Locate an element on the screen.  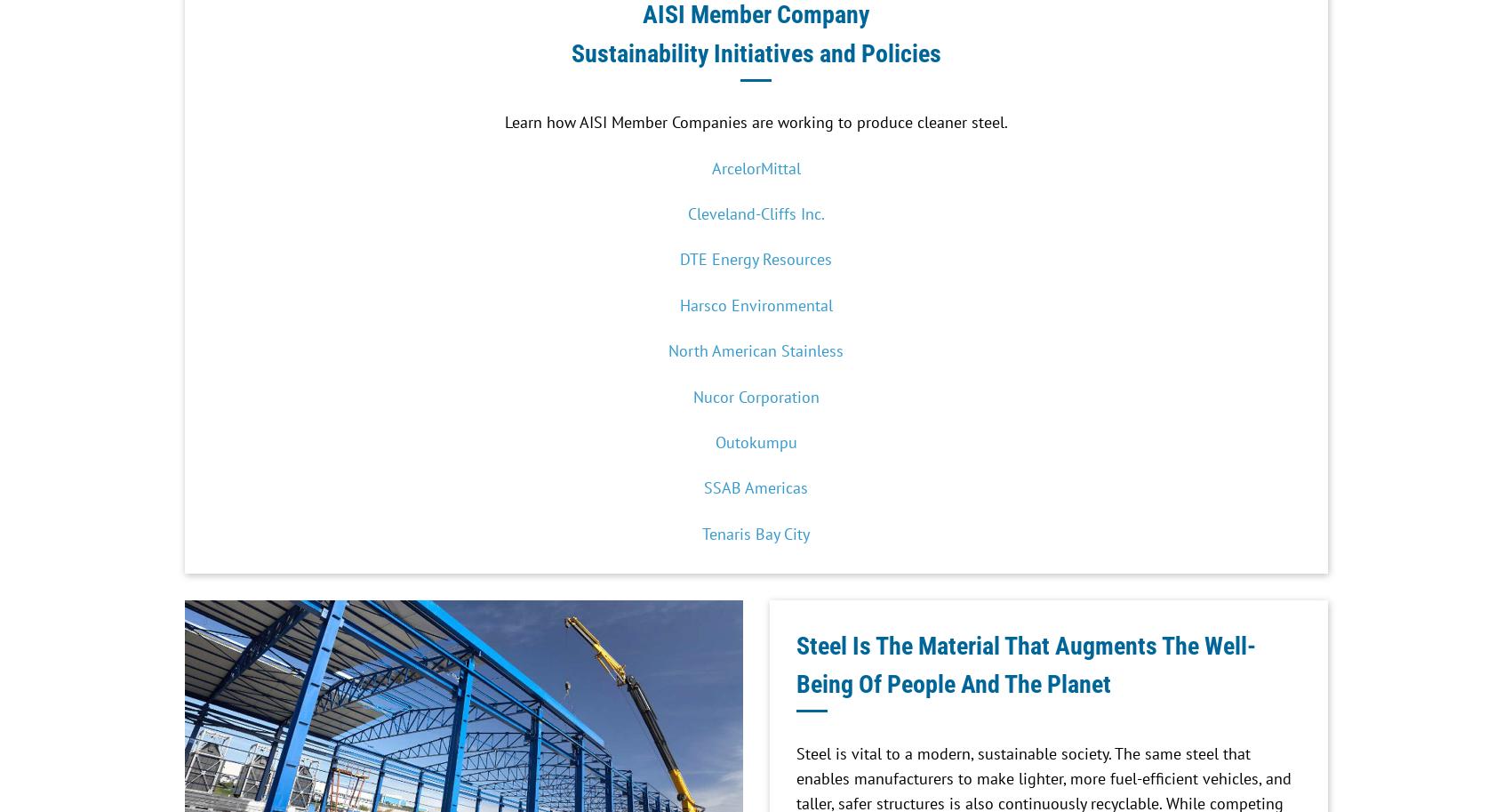
'Steel Is The Material That Augments The Well-Being Of People And The Planet' is located at coordinates (1024, 664).